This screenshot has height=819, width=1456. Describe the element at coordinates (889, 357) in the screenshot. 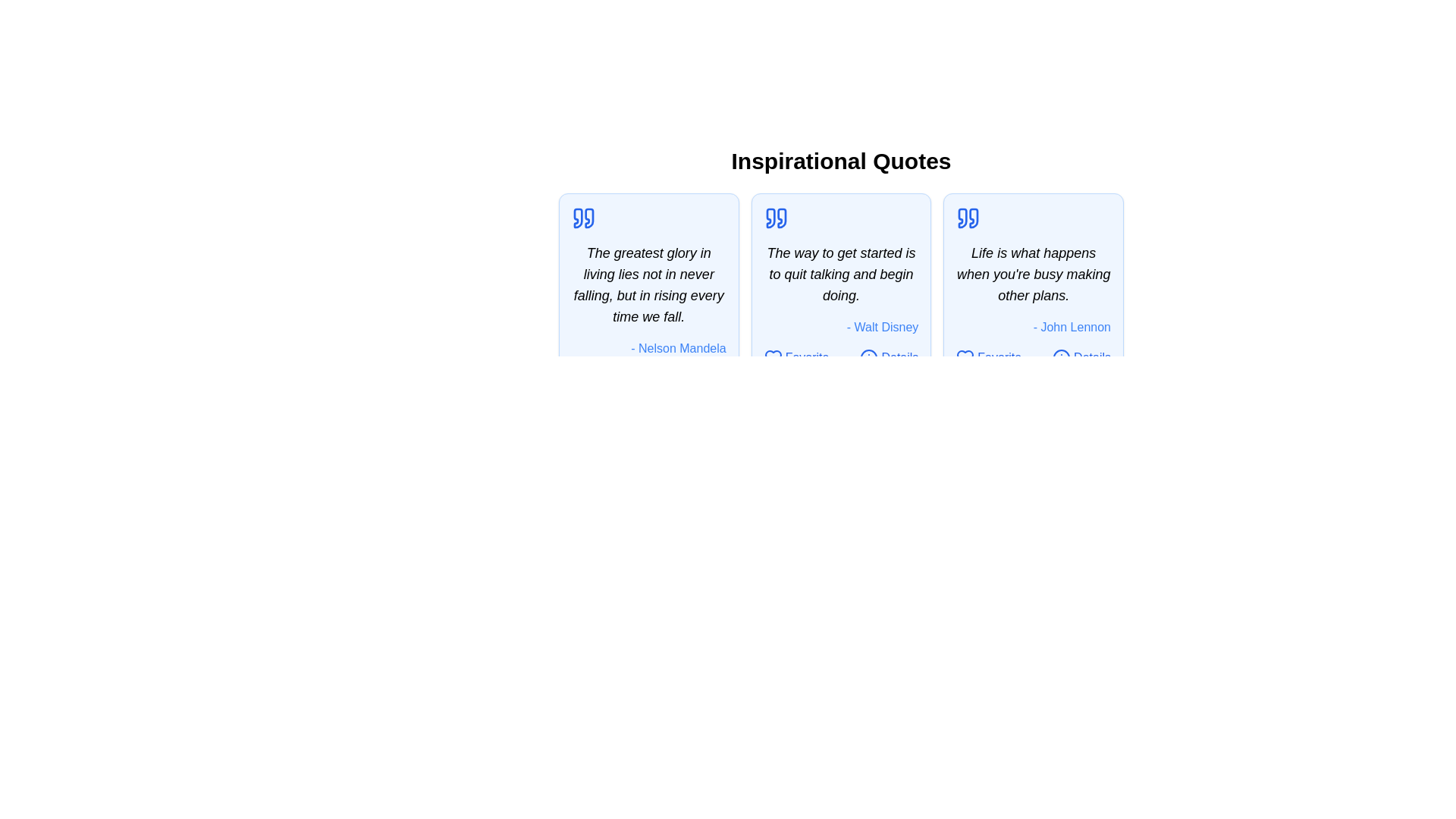

I see `the button located at the bottom-right of the middle quote card` at that location.